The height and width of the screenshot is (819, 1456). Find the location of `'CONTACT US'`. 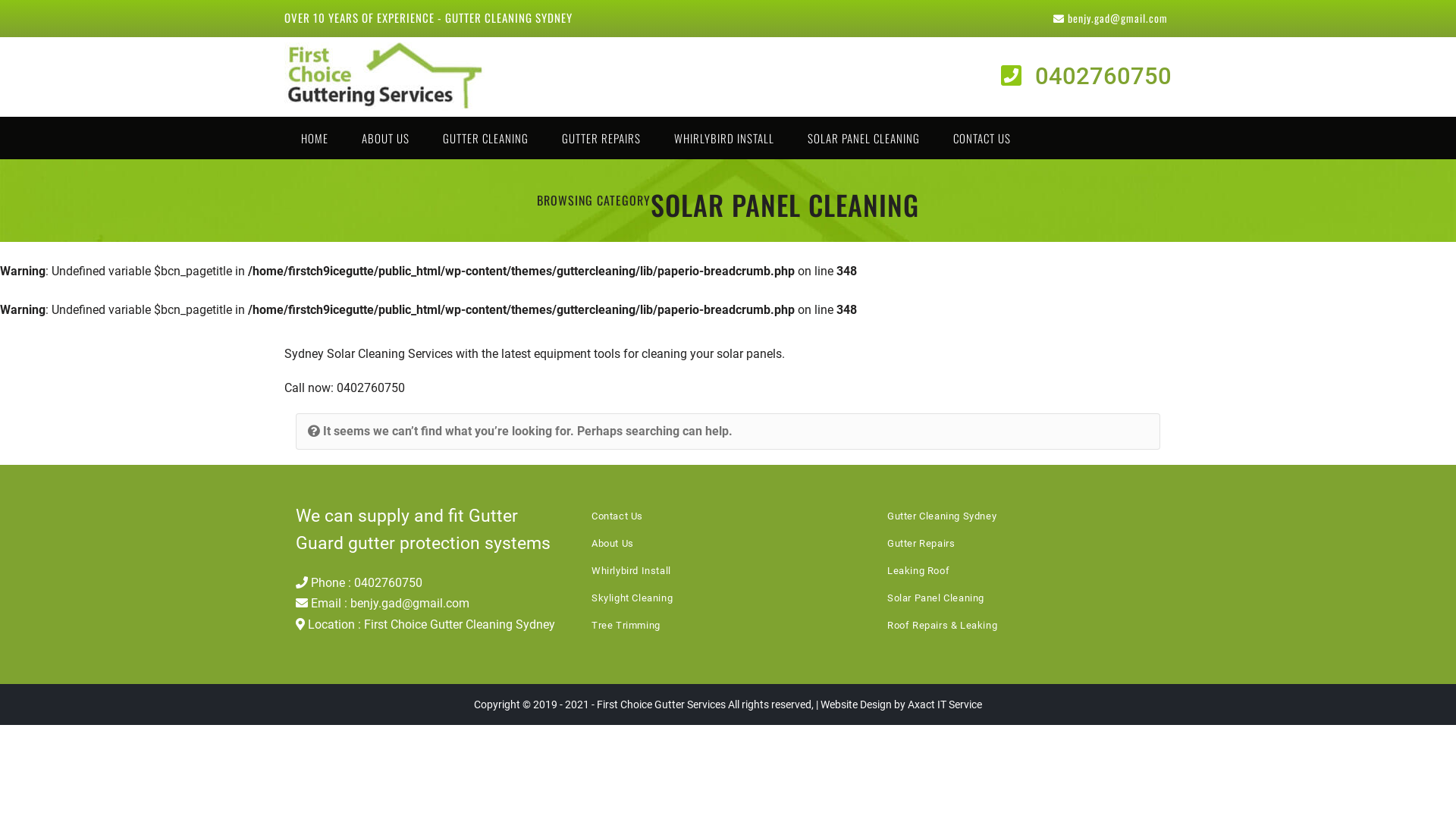

'CONTACT US' is located at coordinates (982, 137).